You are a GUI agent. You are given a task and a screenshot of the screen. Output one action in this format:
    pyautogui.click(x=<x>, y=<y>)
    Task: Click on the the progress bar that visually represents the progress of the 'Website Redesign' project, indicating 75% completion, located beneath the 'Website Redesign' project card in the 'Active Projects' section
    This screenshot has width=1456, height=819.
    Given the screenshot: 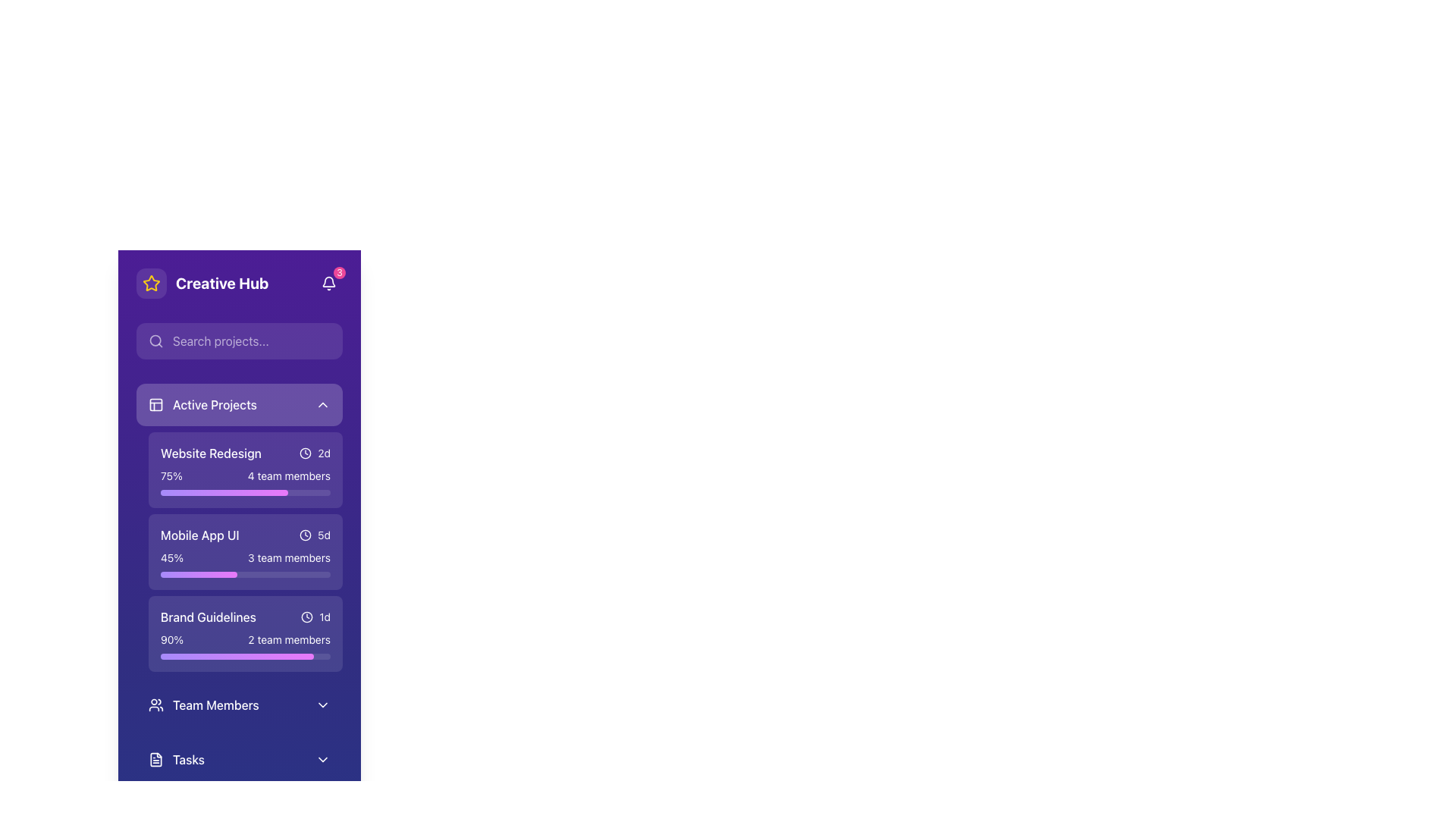 What is the action you would take?
    pyautogui.click(x=224, y=493)
    